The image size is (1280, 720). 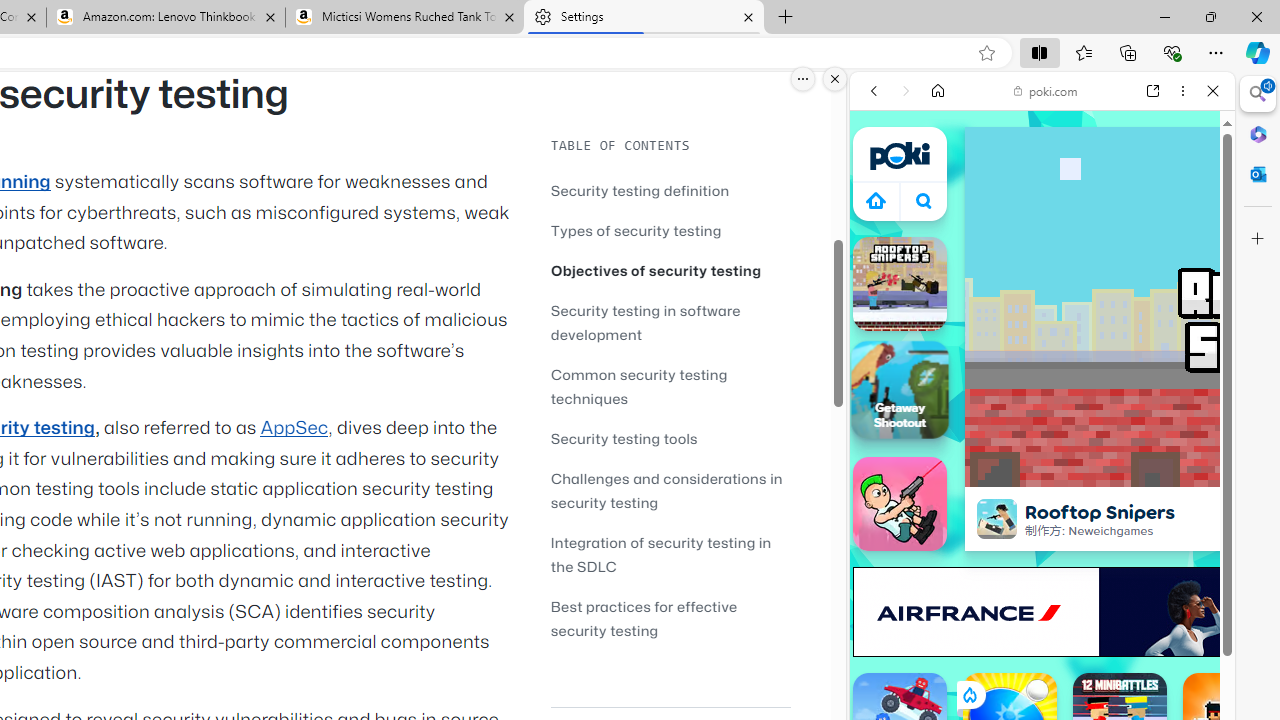 What do you see at coordinates (670, 490) in the screenshot?
I see `'Challenges and considerations in security testing'` at bounding box center [670, 490].